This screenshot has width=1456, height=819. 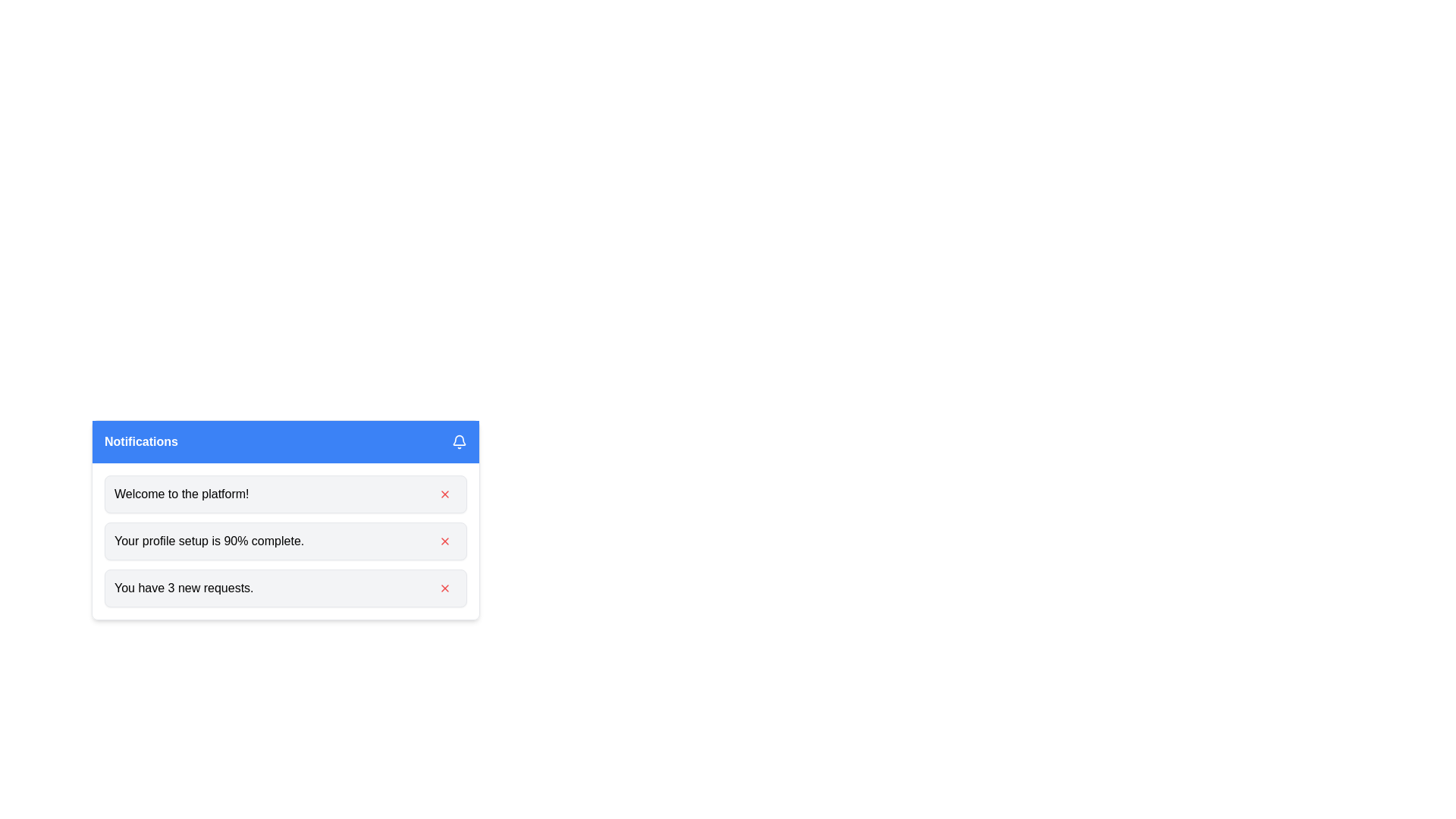 I want to click on the Close Button located on the far right side of the 'Welcome to the platform!' notification panel, so click(x=444, y=494).